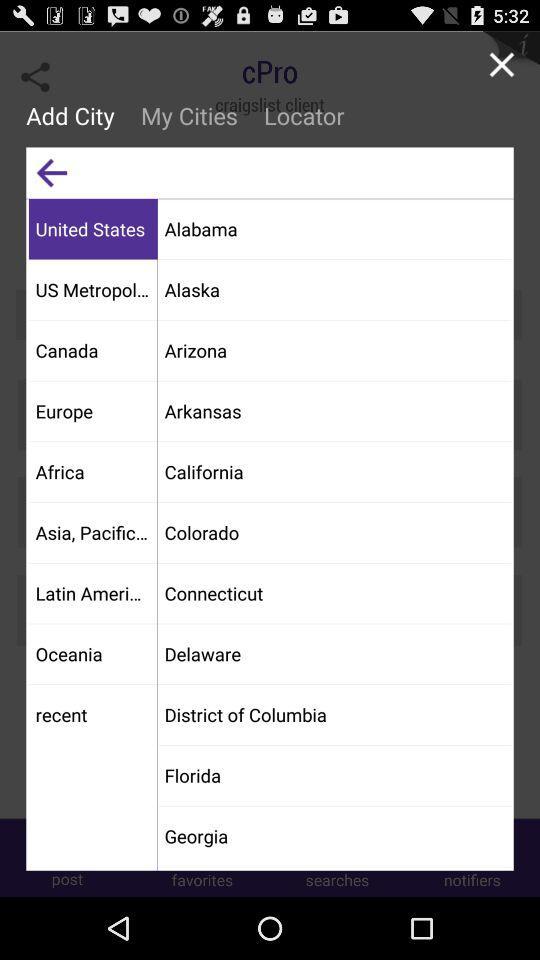 This screenshot has height=960, width=540. Describe the element at coordinates (334, 409) in the screenshot. I see `the arkansas icon` at that location.